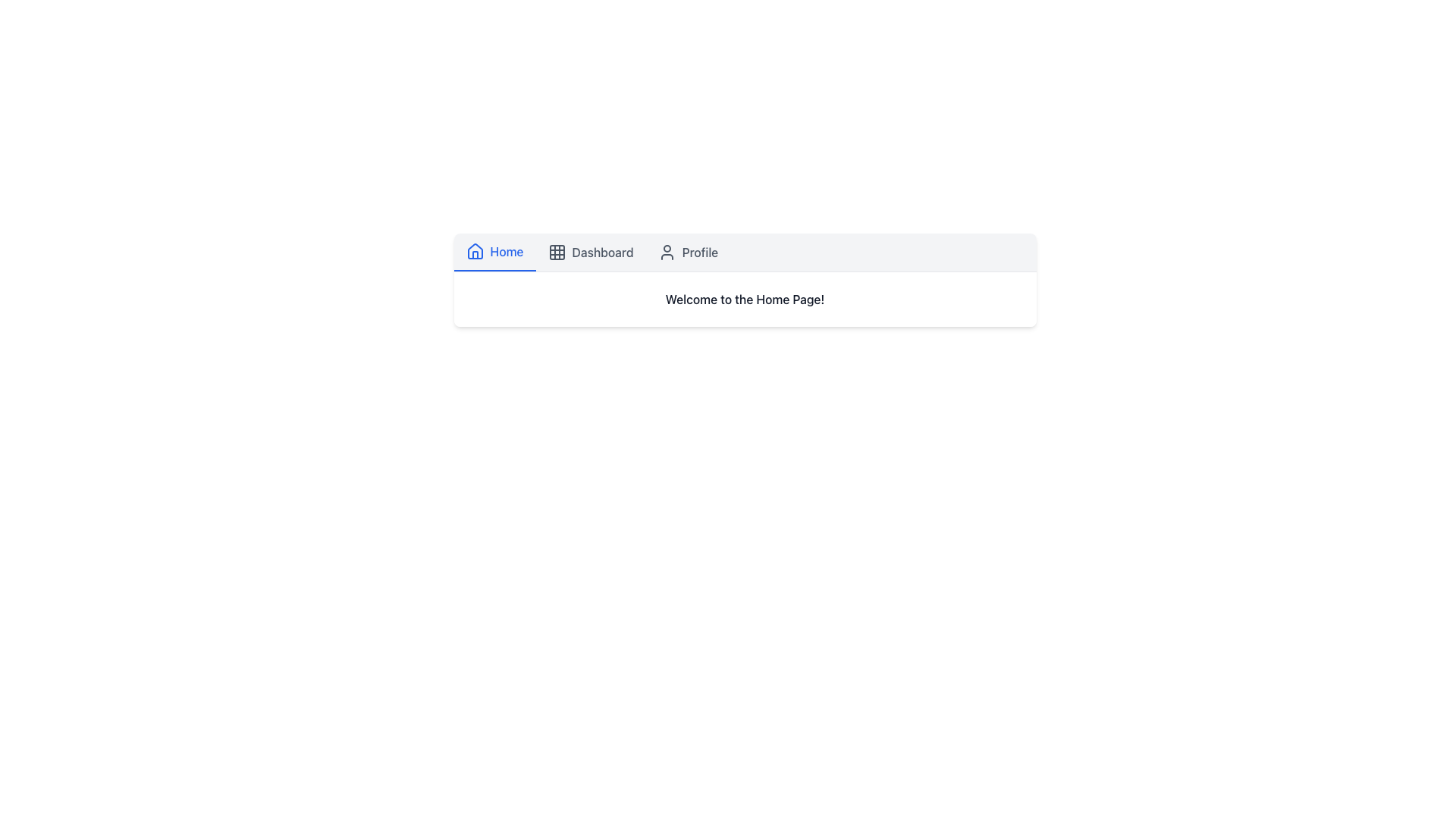 The height and width of the screenshot is (819, 1456). What do you see at coordinates (556, 251) in the screenshot?
I see `the square grid icon located to the left of the 'Dashboard' text in the navigation bar` at bounding box center [556, 251].